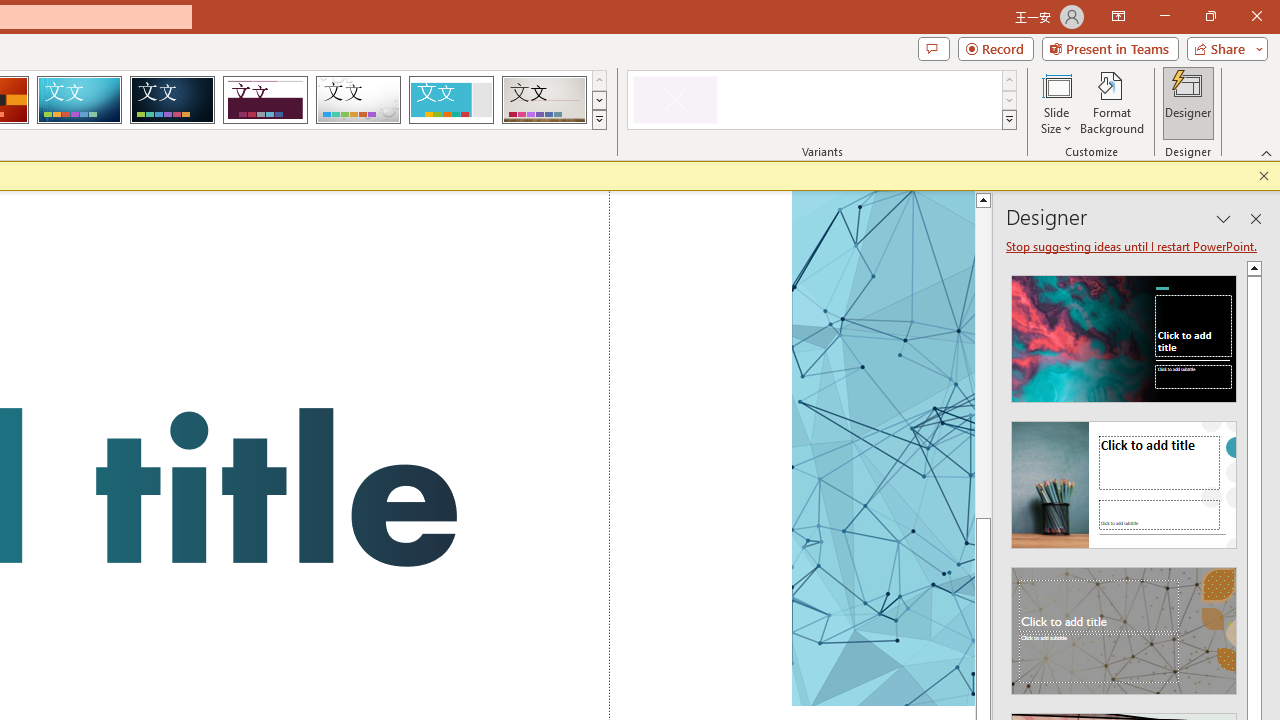 This screenshot has width=1280, height=720. What do you see at coordinates (1263, 175) in the screenshot?
I see `'Close this message'` at bounding box center [1263, 175].